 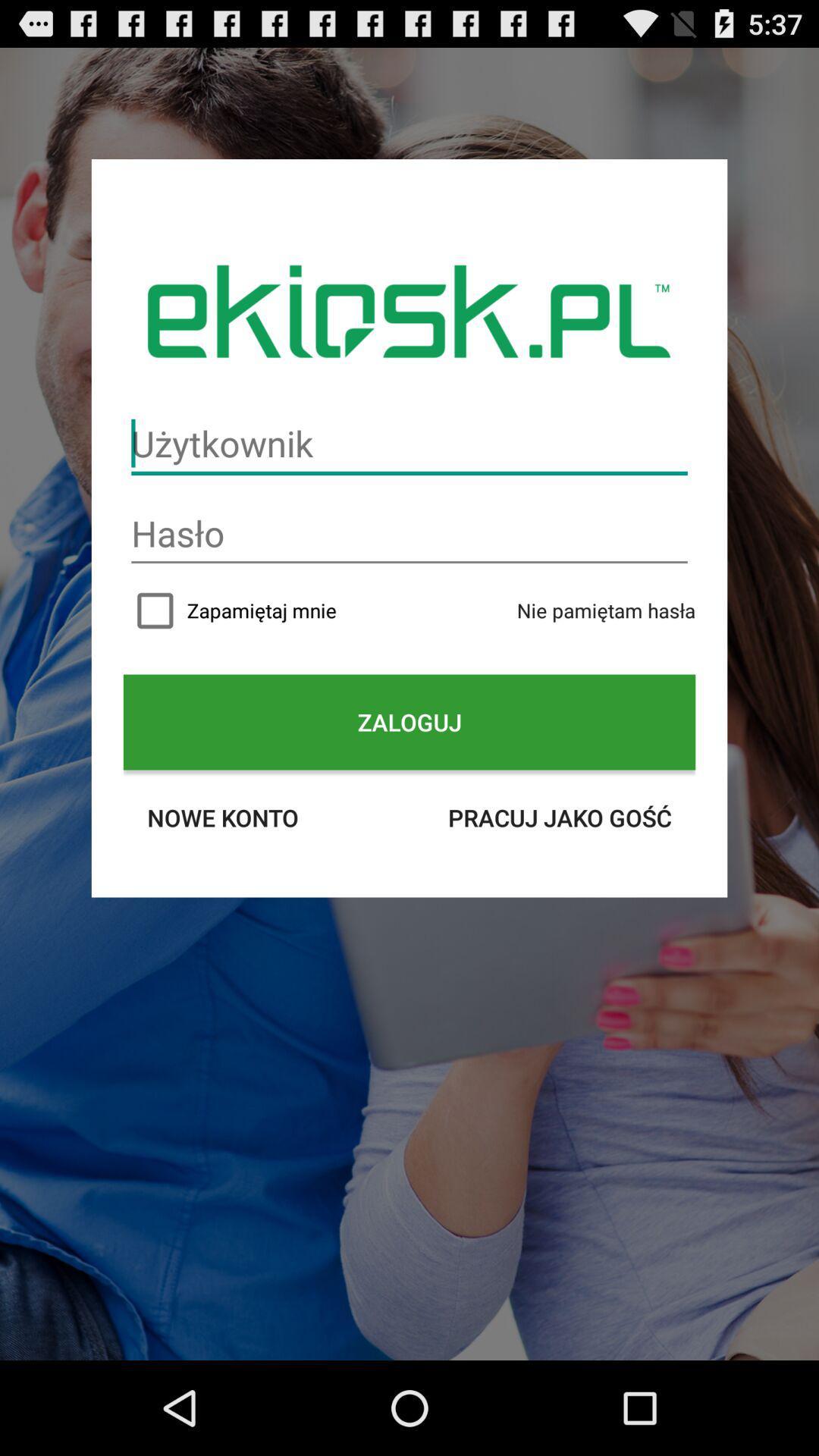 I want to click on username, so click(x=409, y=443).